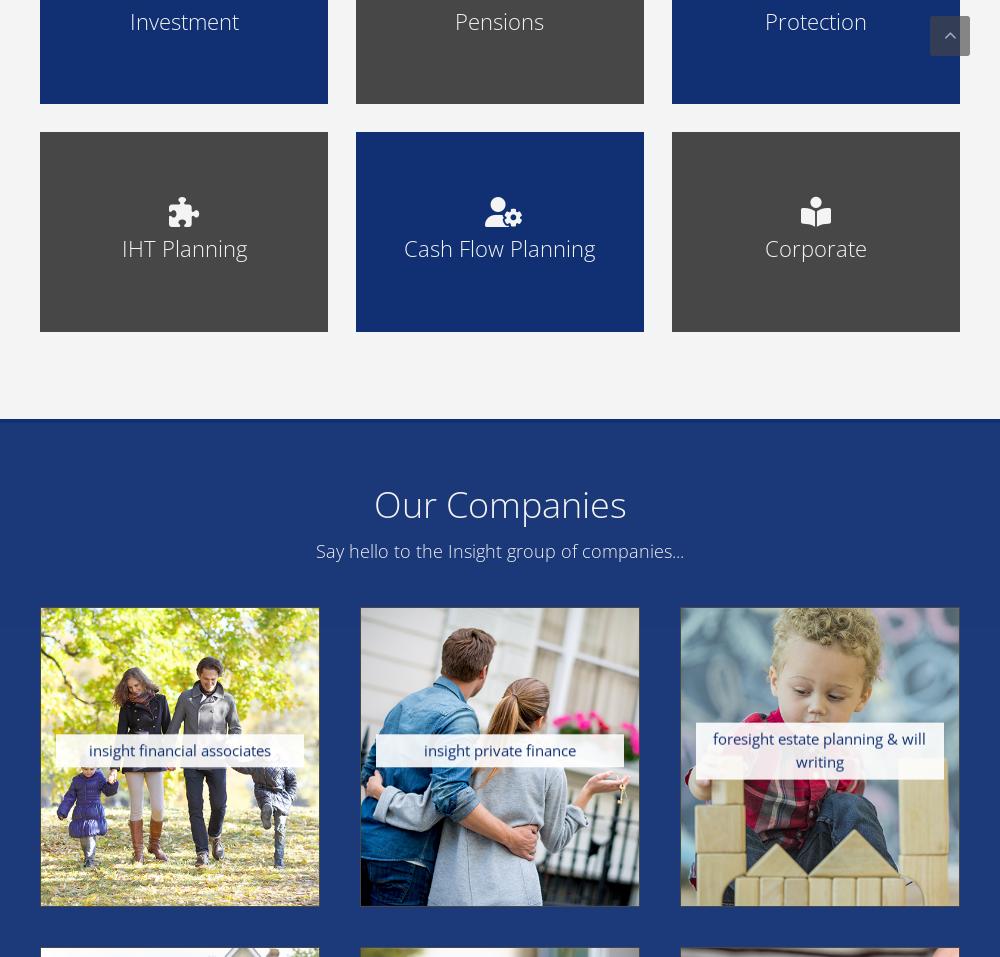 Image resolution: width=1000 pixels, height=957 pixels. Describe the element at coordinates (500, 549) in the screenshot. I see `'Say hello to the Insight group of companies...'` at that location.